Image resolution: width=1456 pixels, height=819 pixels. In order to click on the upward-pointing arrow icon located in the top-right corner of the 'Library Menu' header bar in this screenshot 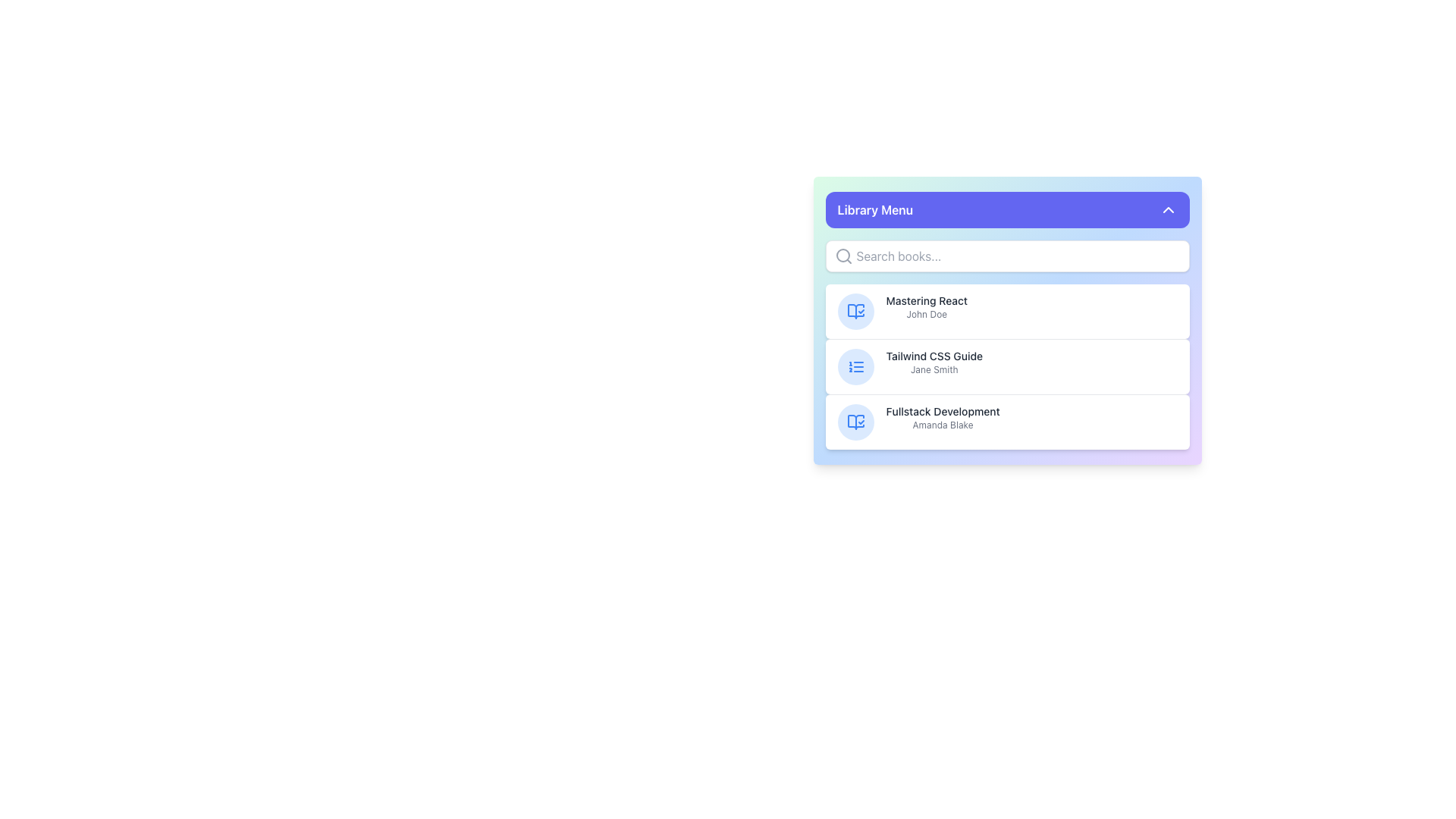, I will do `click(1167, 210)`.